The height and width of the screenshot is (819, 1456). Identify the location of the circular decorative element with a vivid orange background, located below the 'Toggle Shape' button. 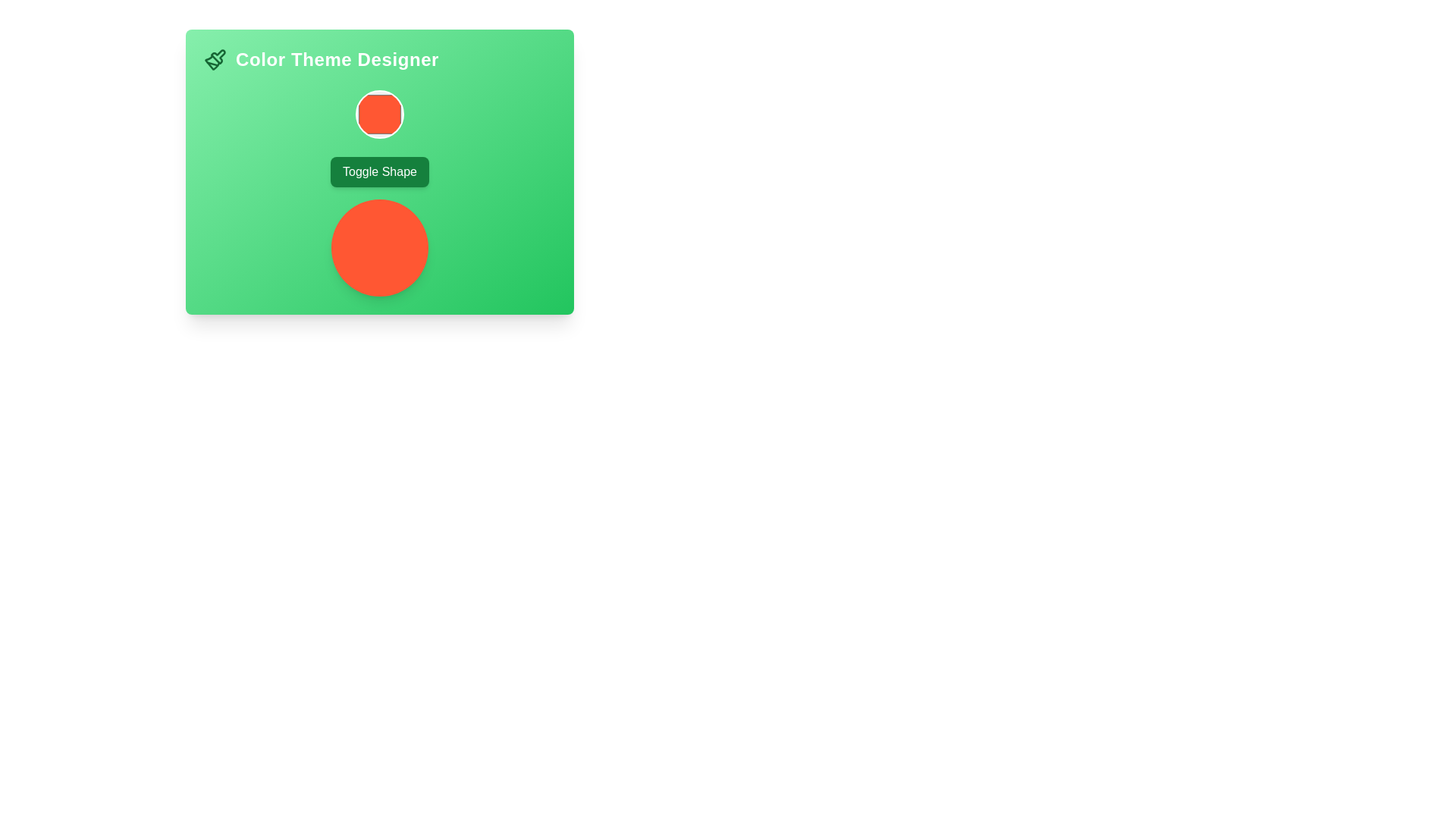
(379, 247).